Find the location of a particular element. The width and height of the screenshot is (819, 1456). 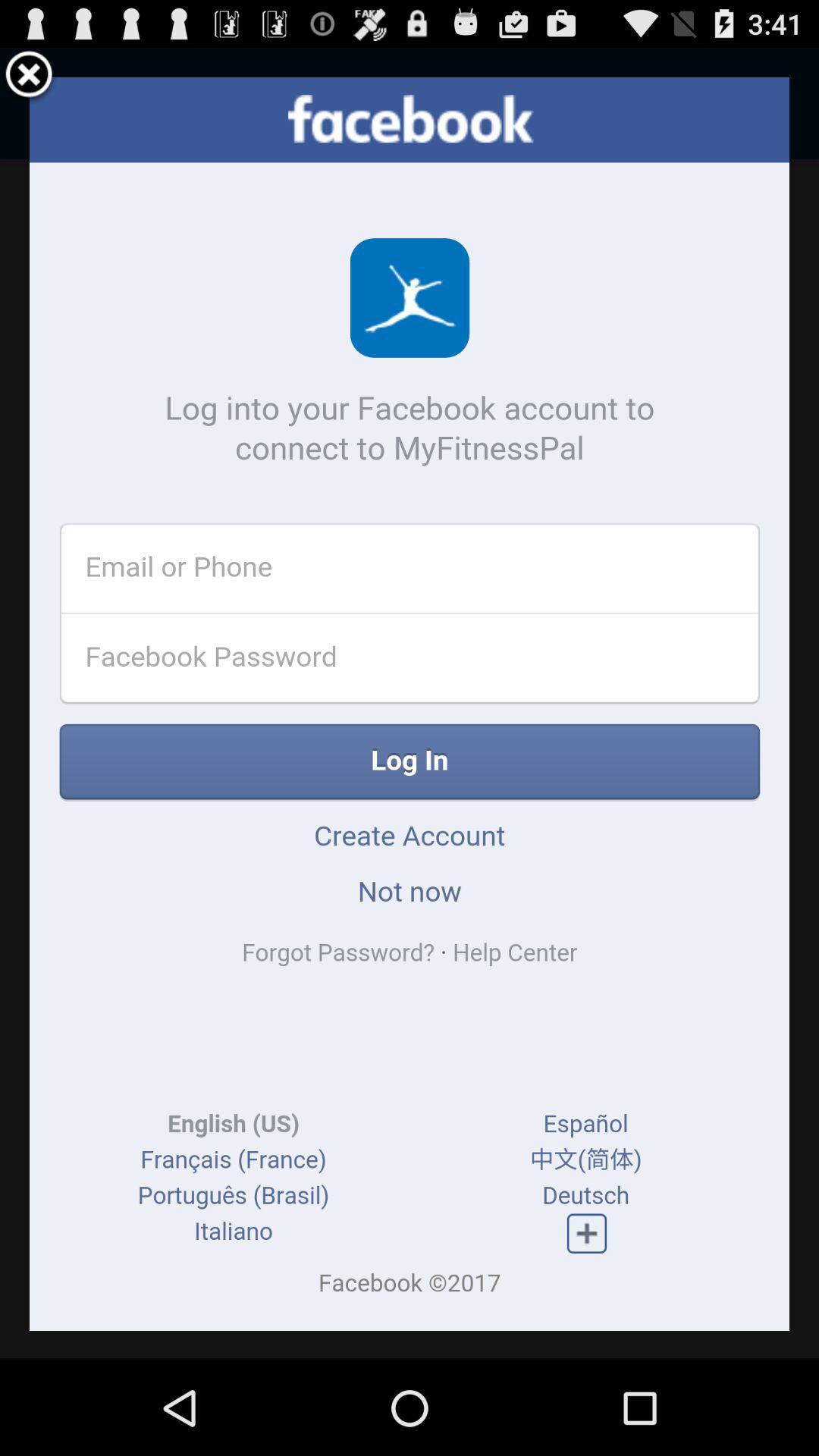

page is located at coordinates (29, 76).